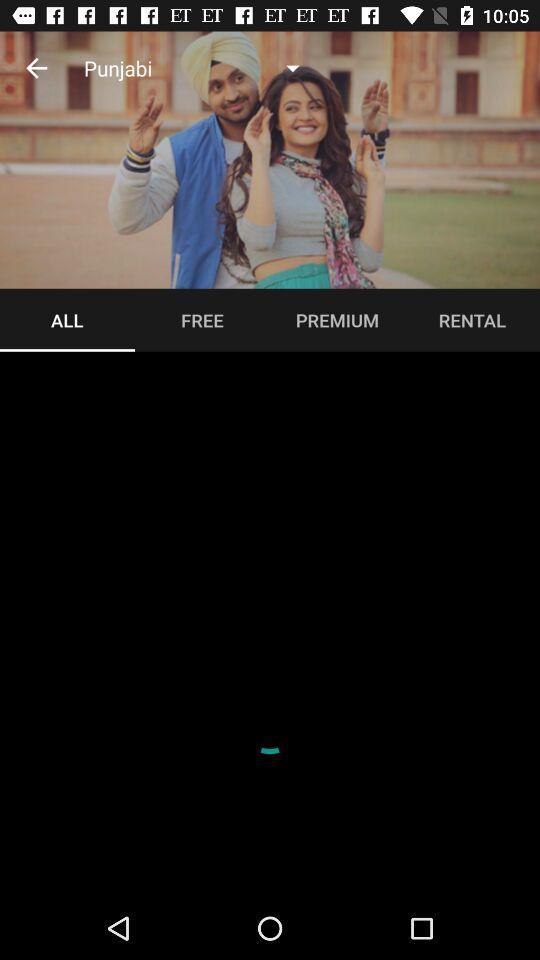 This screenshot has width=540, height=960. I want to click on the icon next to punjabi, so click(36, 68).